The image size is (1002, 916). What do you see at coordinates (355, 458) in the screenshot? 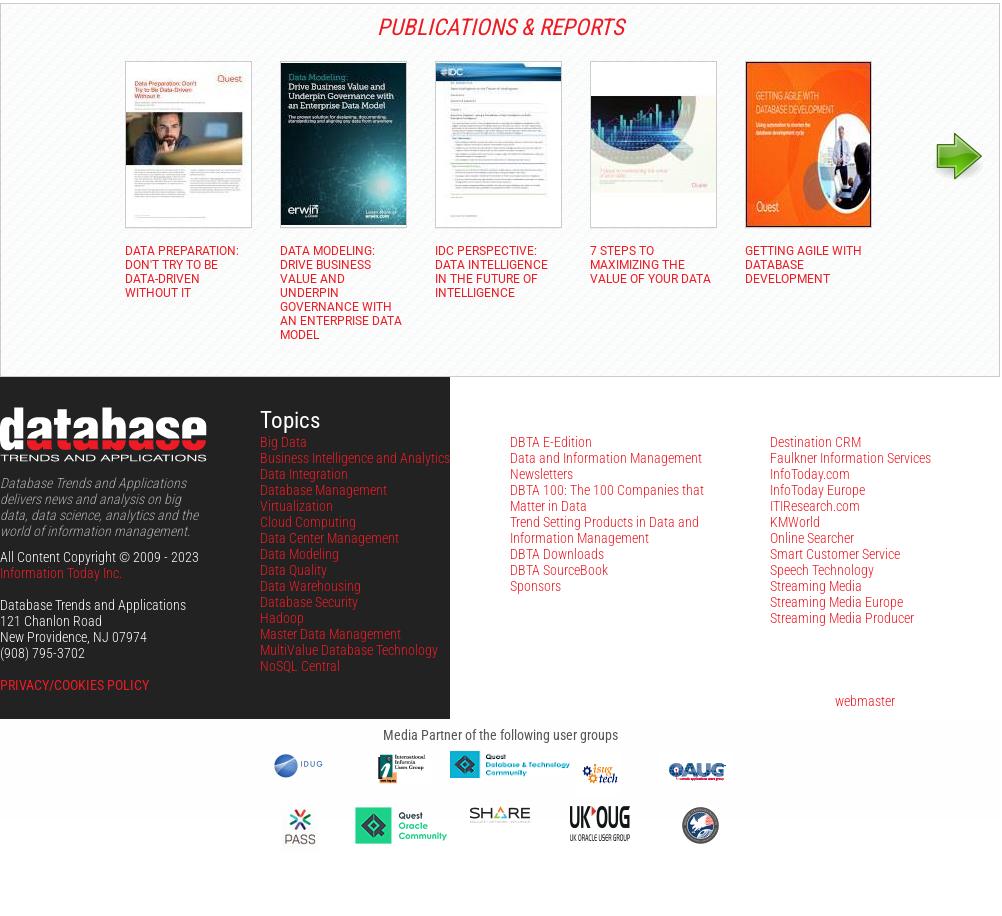
I see `'Business Intelligence and Analytics'` at bounding box center [355, 458].